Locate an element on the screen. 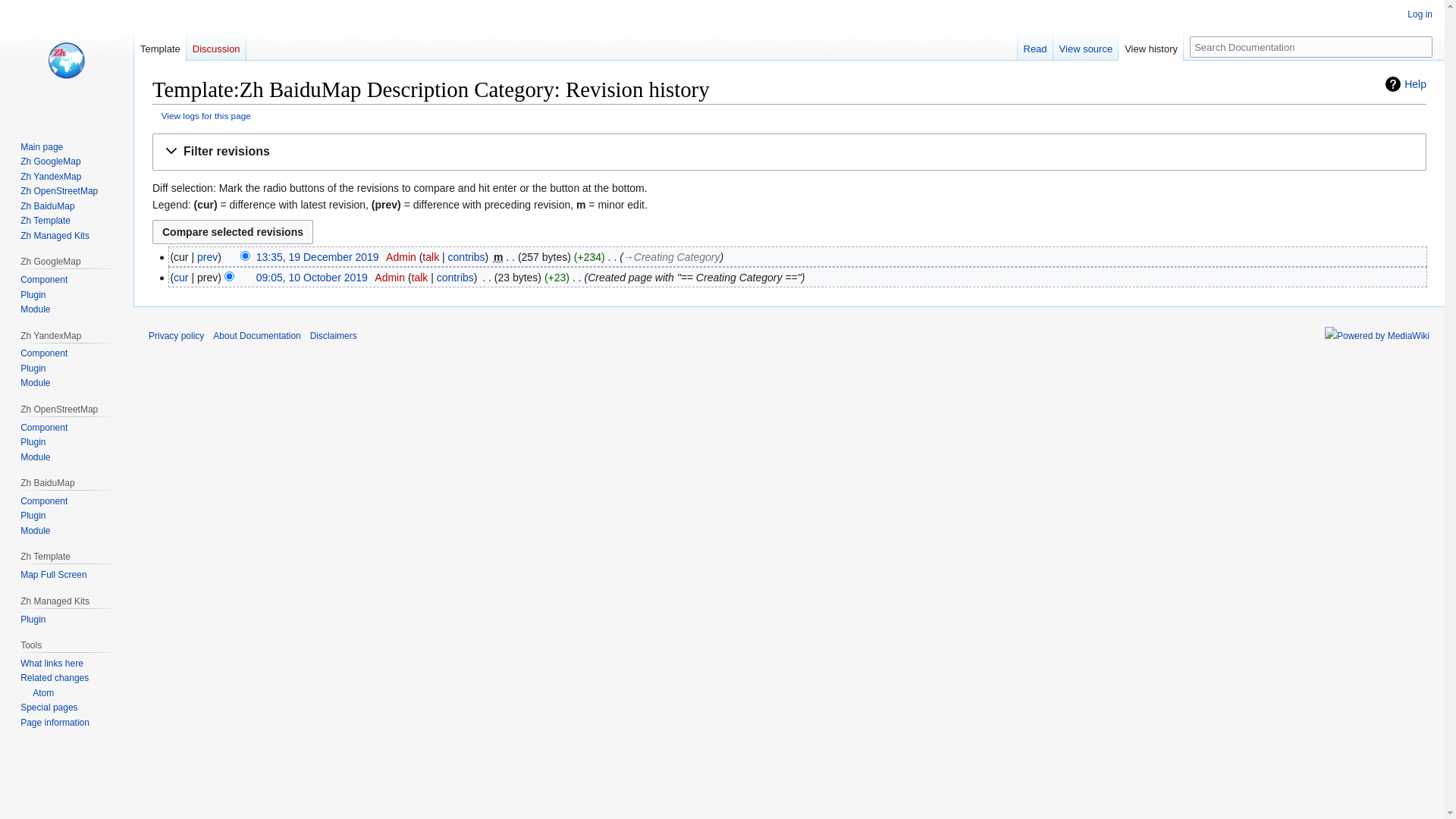 This screenshot has width=1456, height=819. 'Admin' is located at coordinates (389, 278).